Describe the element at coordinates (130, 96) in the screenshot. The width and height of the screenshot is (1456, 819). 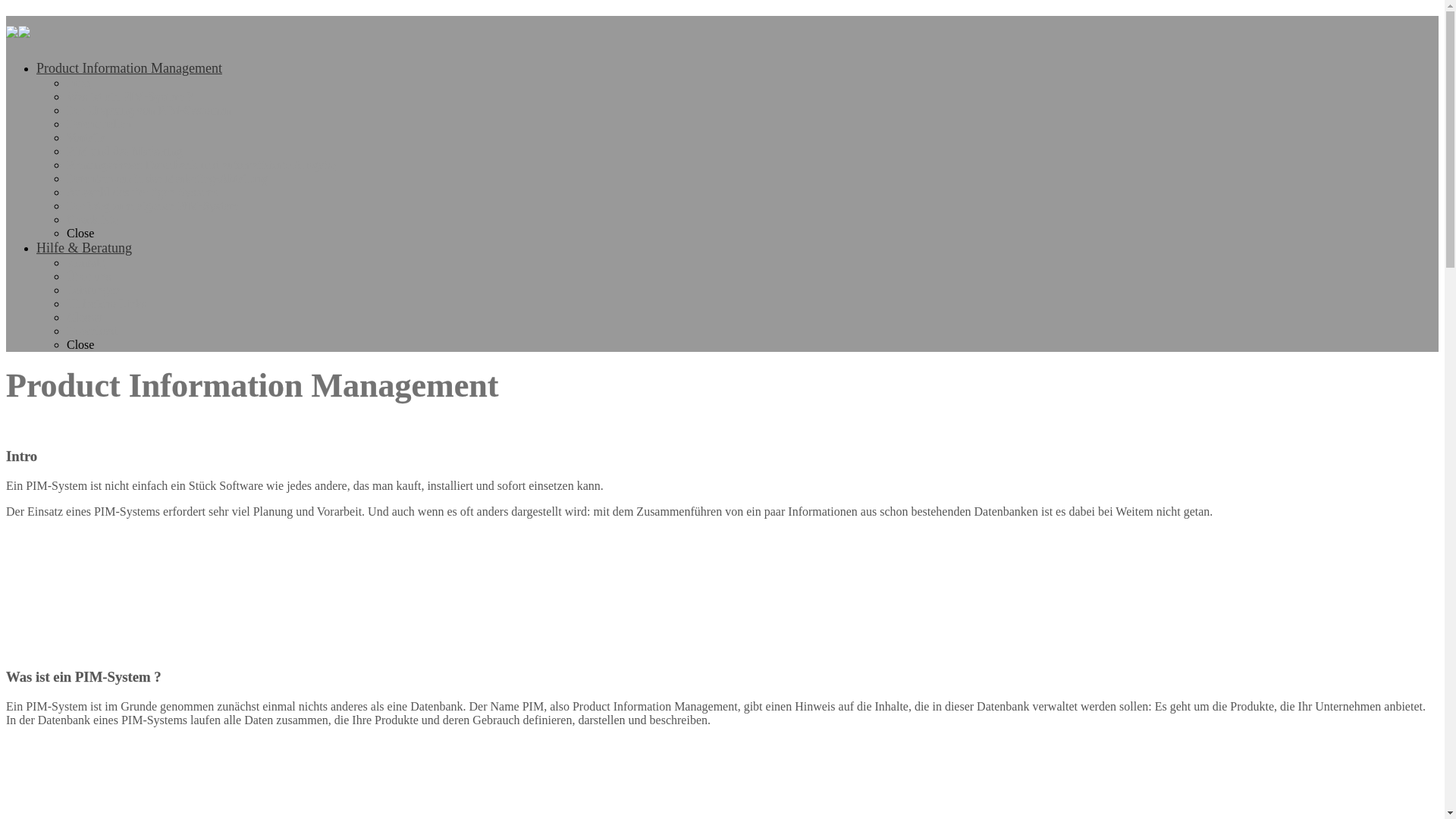
I see `'Was ist ein PIM-System ?'` at that location.